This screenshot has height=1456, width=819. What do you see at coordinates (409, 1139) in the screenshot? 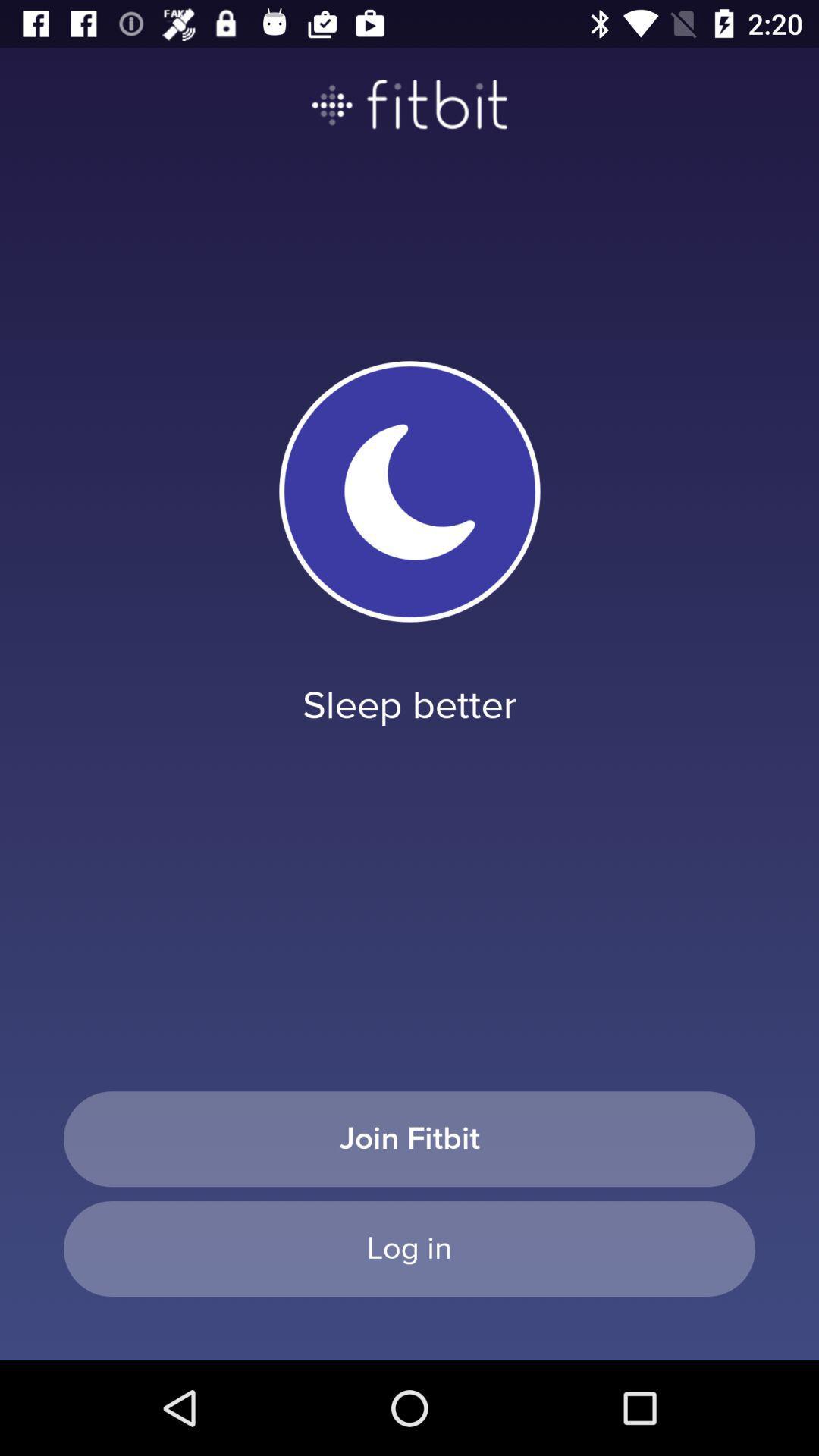
I see `join fitbit item` at bounding box center [409, 1139].